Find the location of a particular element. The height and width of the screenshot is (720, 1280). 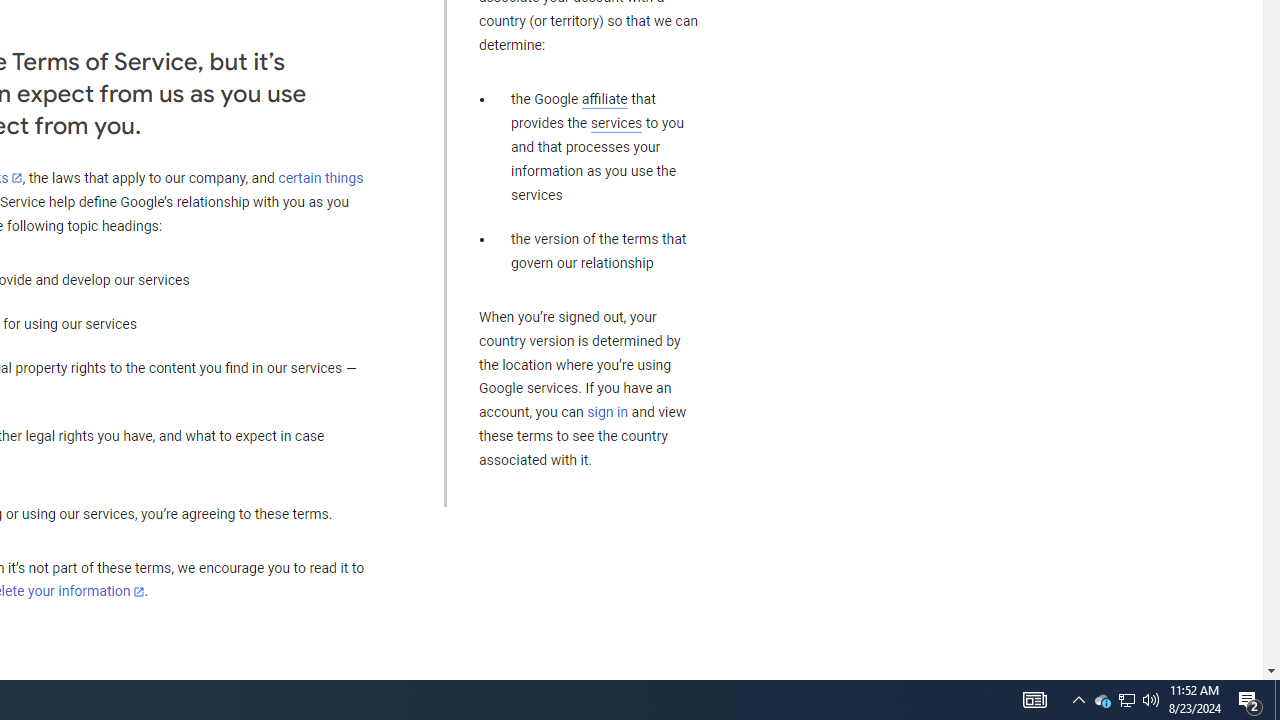

'sign in' is located at coordinates (607, 411).